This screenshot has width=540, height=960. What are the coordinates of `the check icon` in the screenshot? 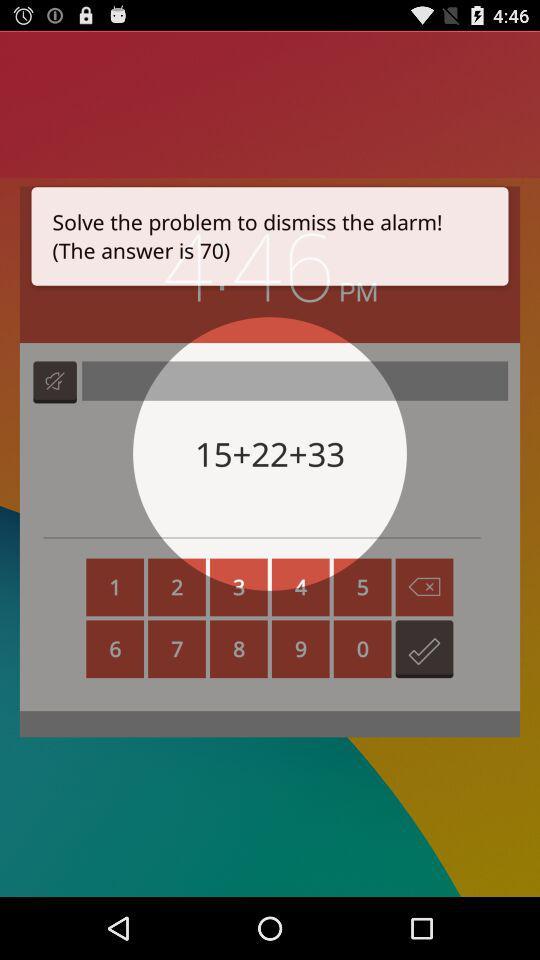 It's located at (423, 694).